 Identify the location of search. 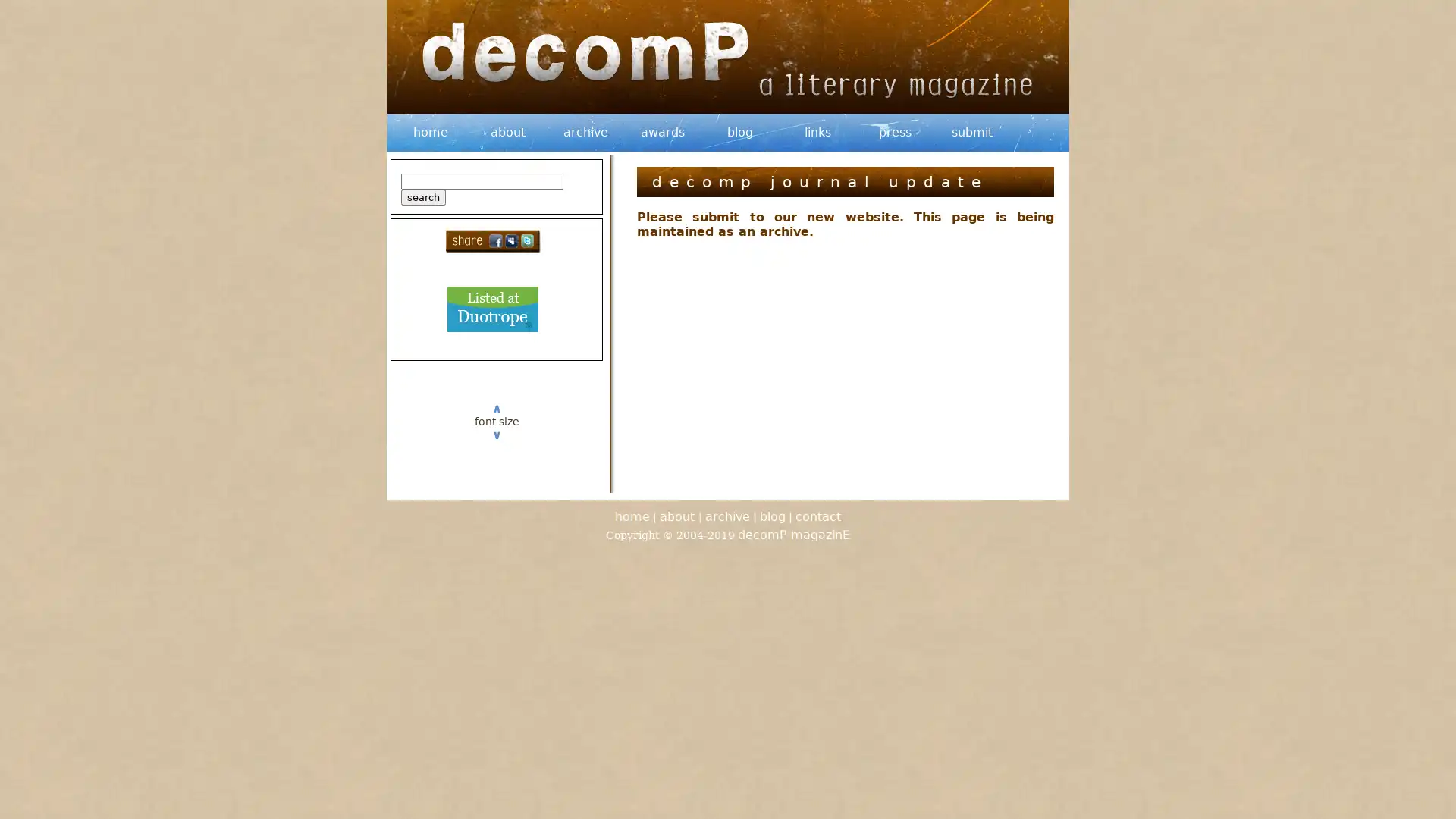
(423, 196).